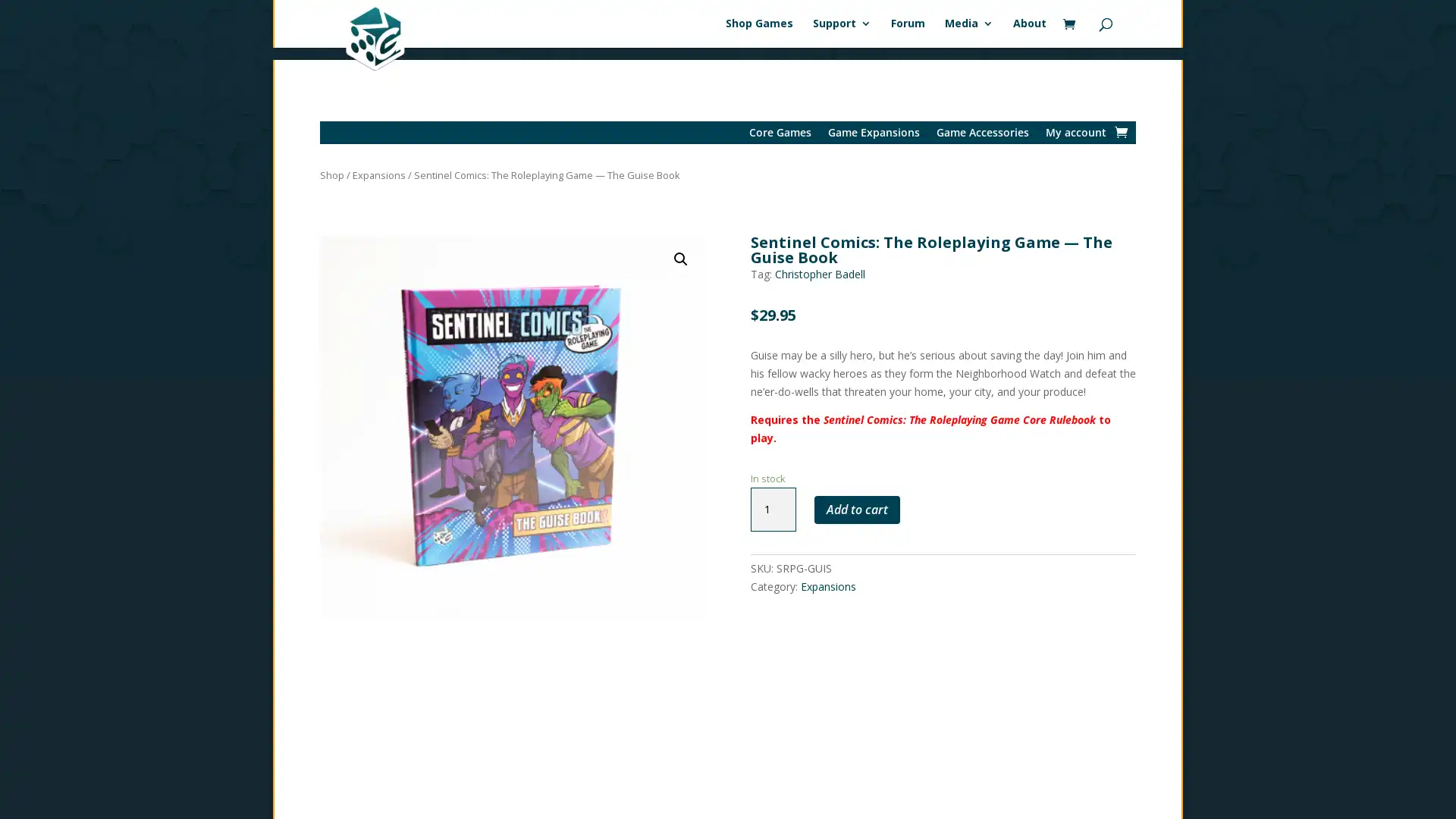 Image resolution: width=1456 pixels, height=819 pixels. What do you see at coordinates (856, 497) in the screenshot?
I see `Add to cart` at bounding box center [856, 497].